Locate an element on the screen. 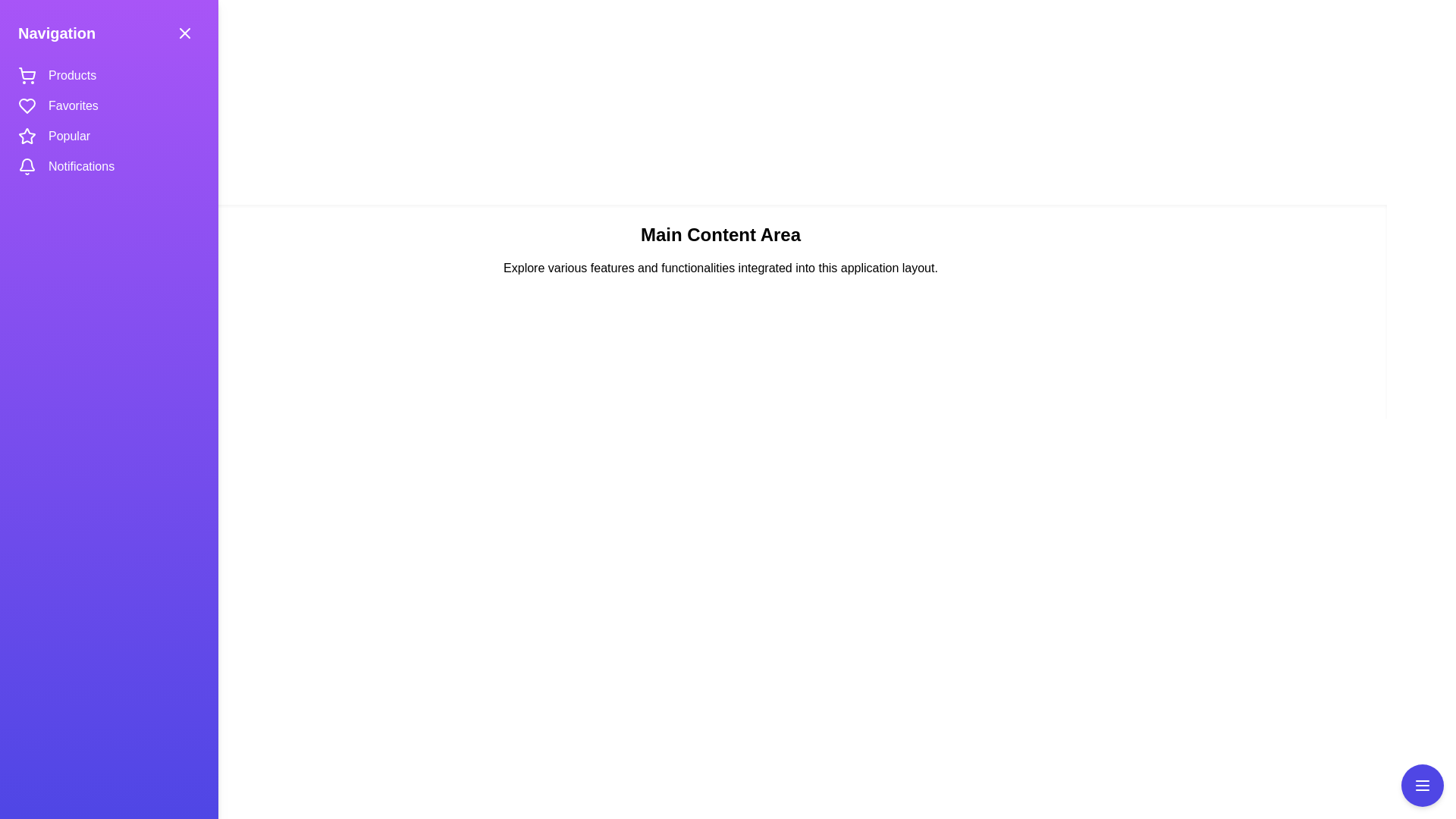 This screenshot has width=1456, height=819. the navigation item Popular to navigate to the corresponding section is located at coordinates (71, 136).